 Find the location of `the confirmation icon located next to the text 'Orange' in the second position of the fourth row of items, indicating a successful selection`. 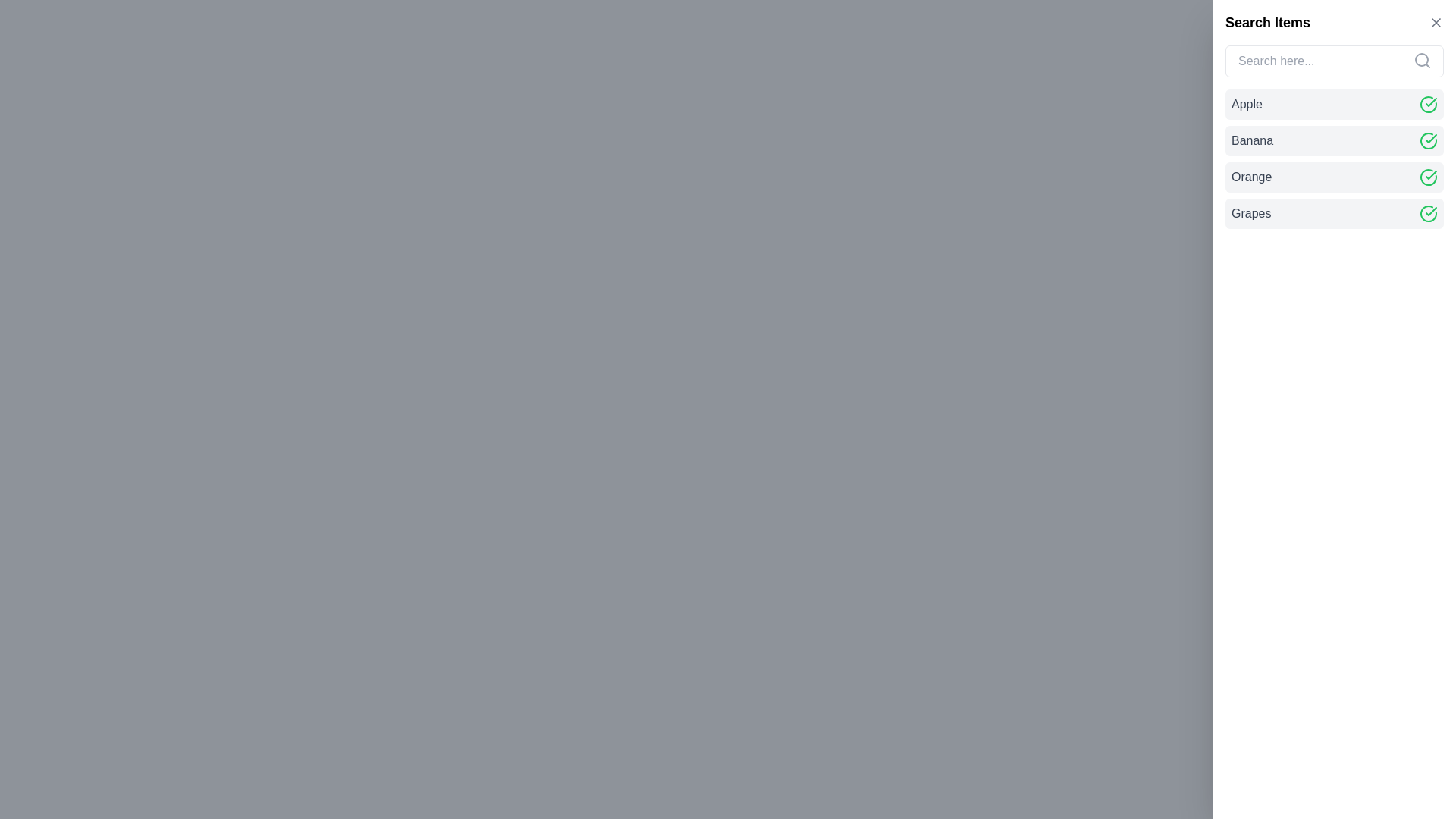

the confirmation icon located next to the text 'Orange' in the second position of the fourth row of items, indicating a successful selection is located at coordinates (1427, 177).